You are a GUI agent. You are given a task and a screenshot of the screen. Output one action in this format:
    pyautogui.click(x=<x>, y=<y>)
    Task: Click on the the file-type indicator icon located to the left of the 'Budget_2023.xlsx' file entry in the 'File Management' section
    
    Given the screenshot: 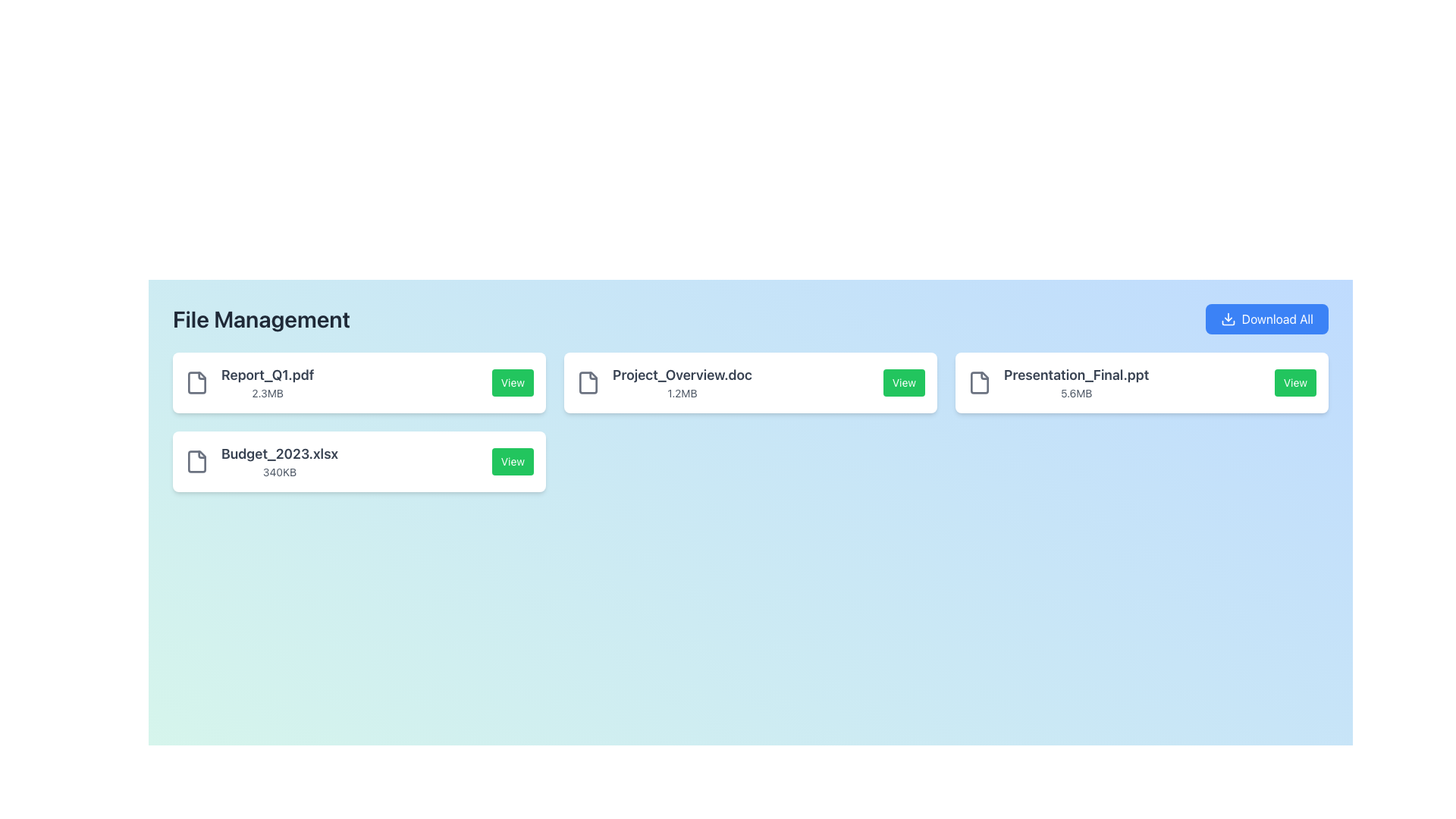 What is the action you would take?
    pyautogui.click(x=196, y=461)
    